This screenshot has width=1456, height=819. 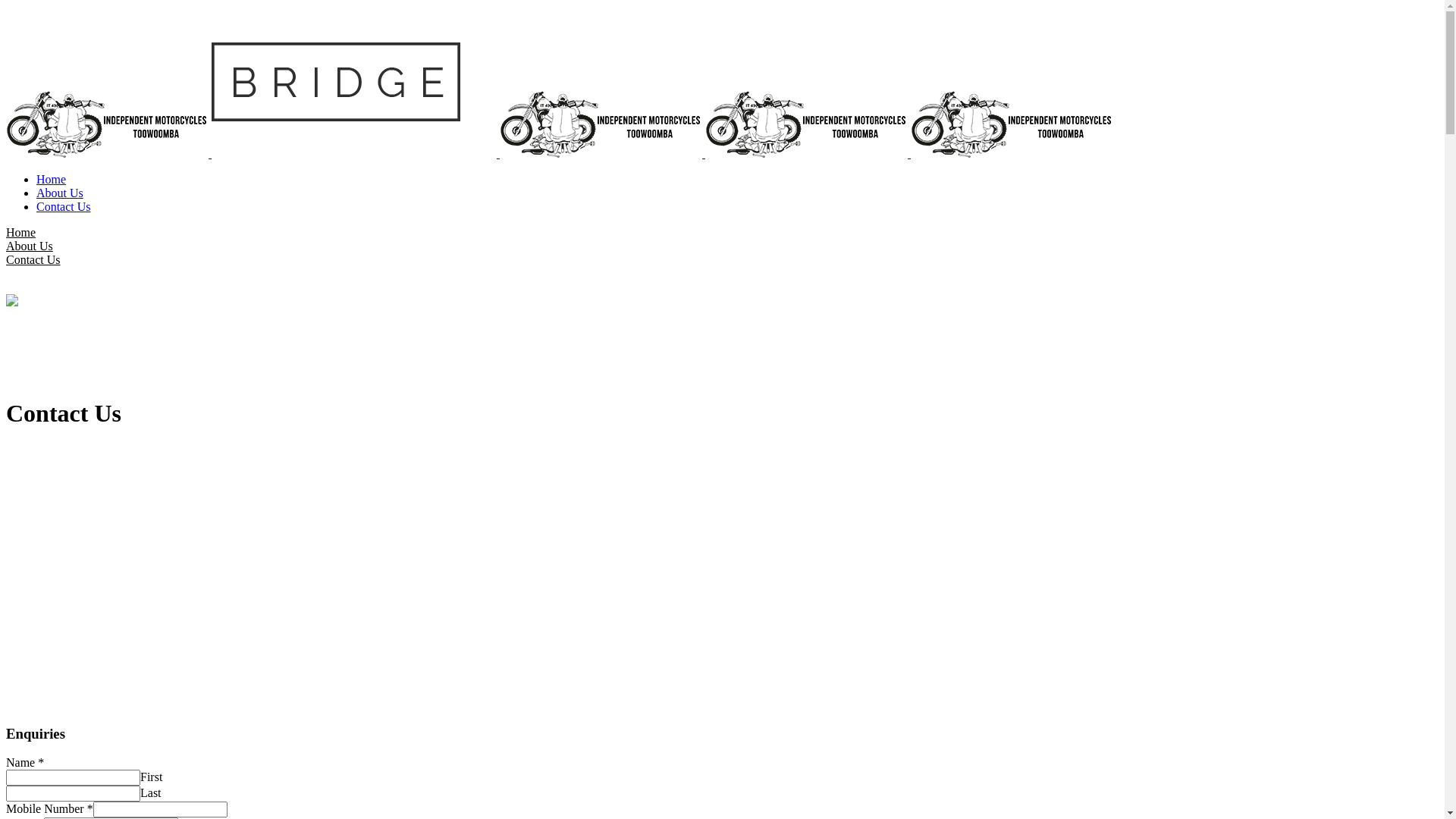 I want to click on 'About Us', so click(x=29, y=245).